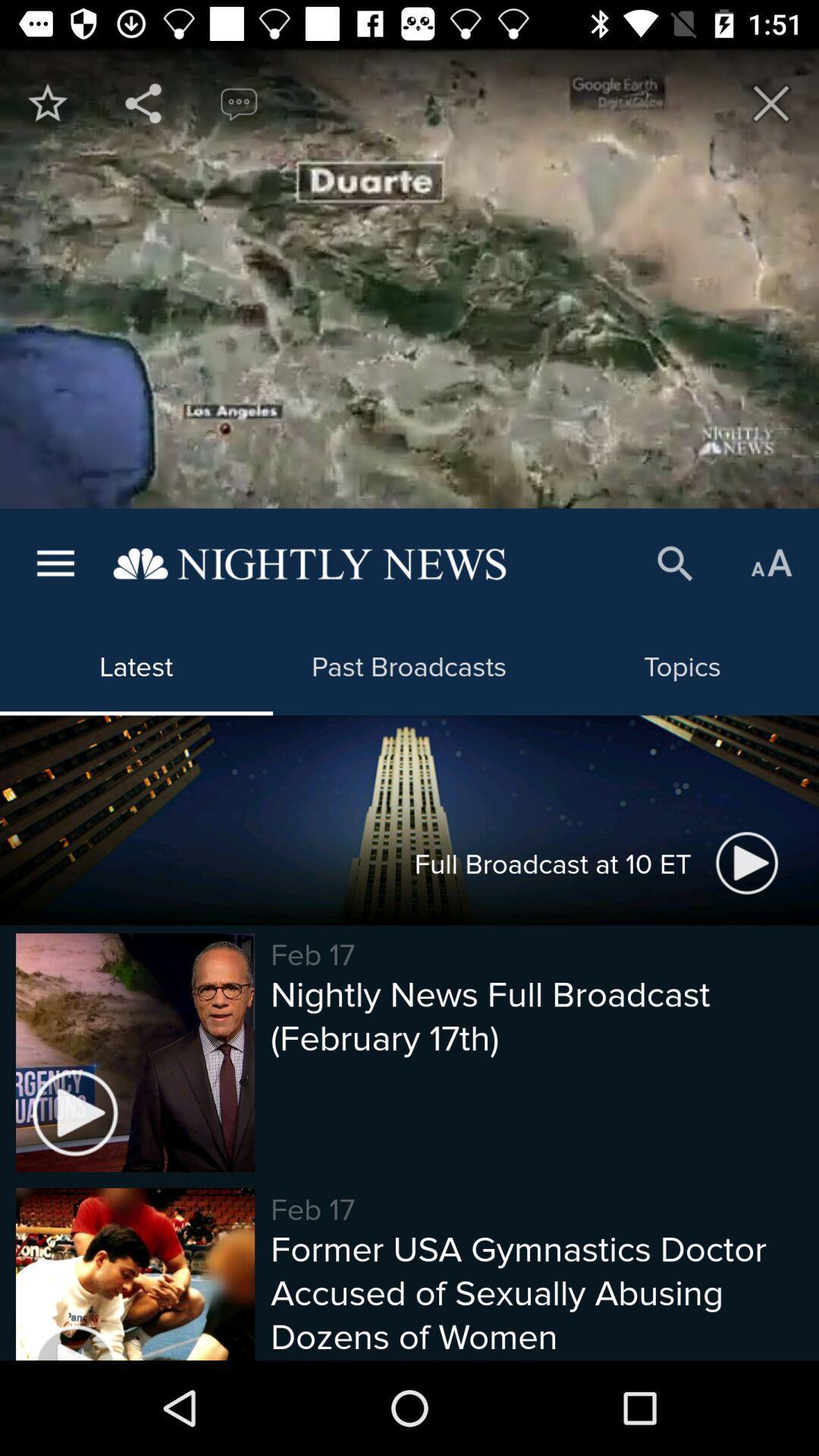 The height and width of the screenshot is (1456, 819). Describe the element at coordinates (771, 102) in the screenshot. I see `cross icon at the top right corner below time` at that location.